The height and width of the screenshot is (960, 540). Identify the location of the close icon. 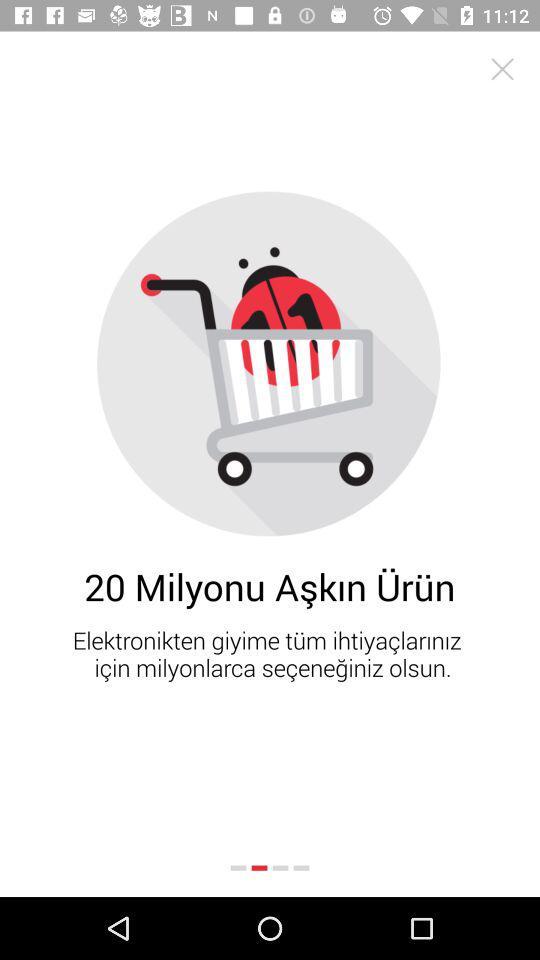
(501, 69).